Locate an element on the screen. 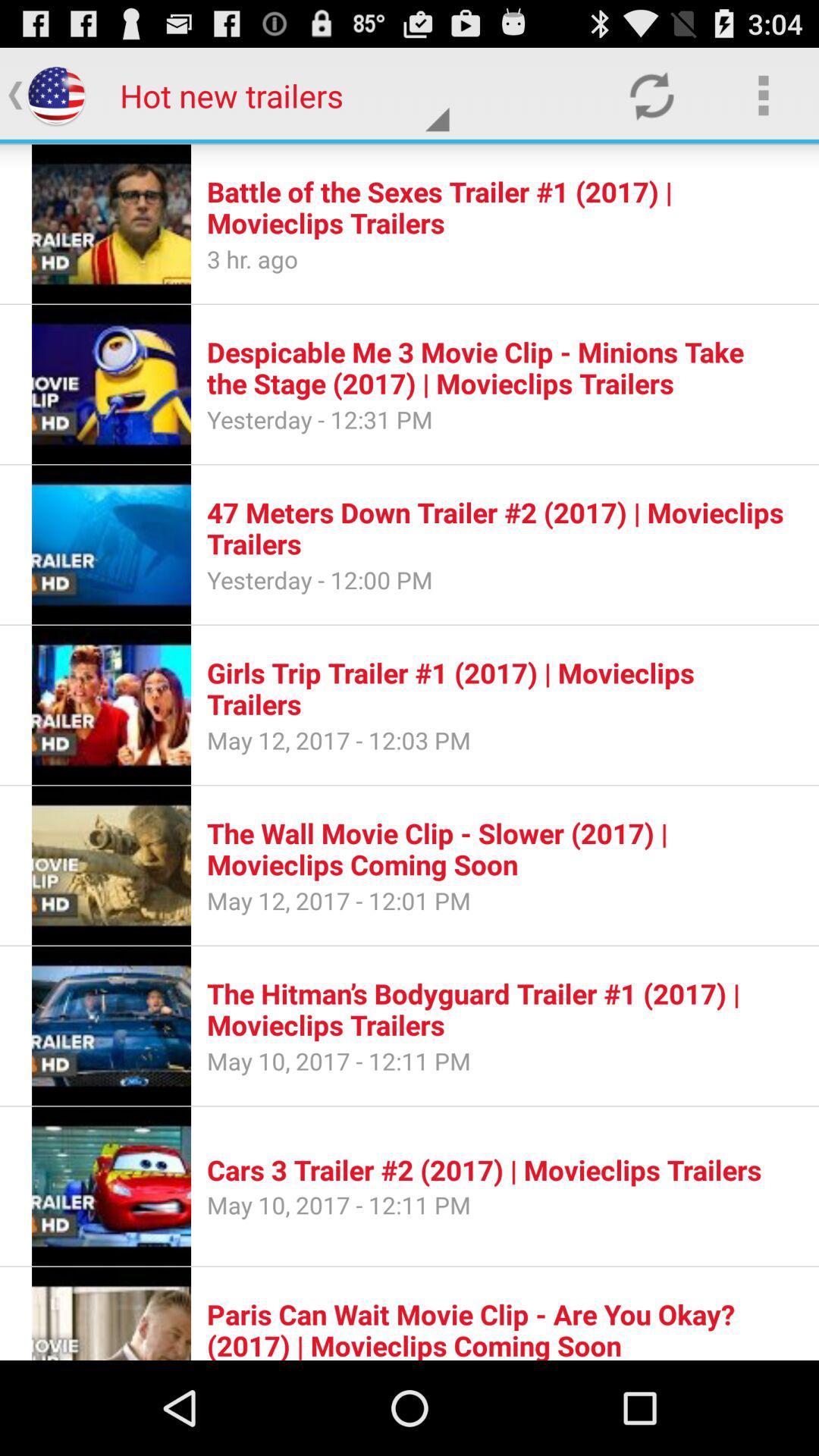 The width and height of the screenshot is (819, 1456). the item to the right of hot new trailers icon is located at coordinates (651, 94).